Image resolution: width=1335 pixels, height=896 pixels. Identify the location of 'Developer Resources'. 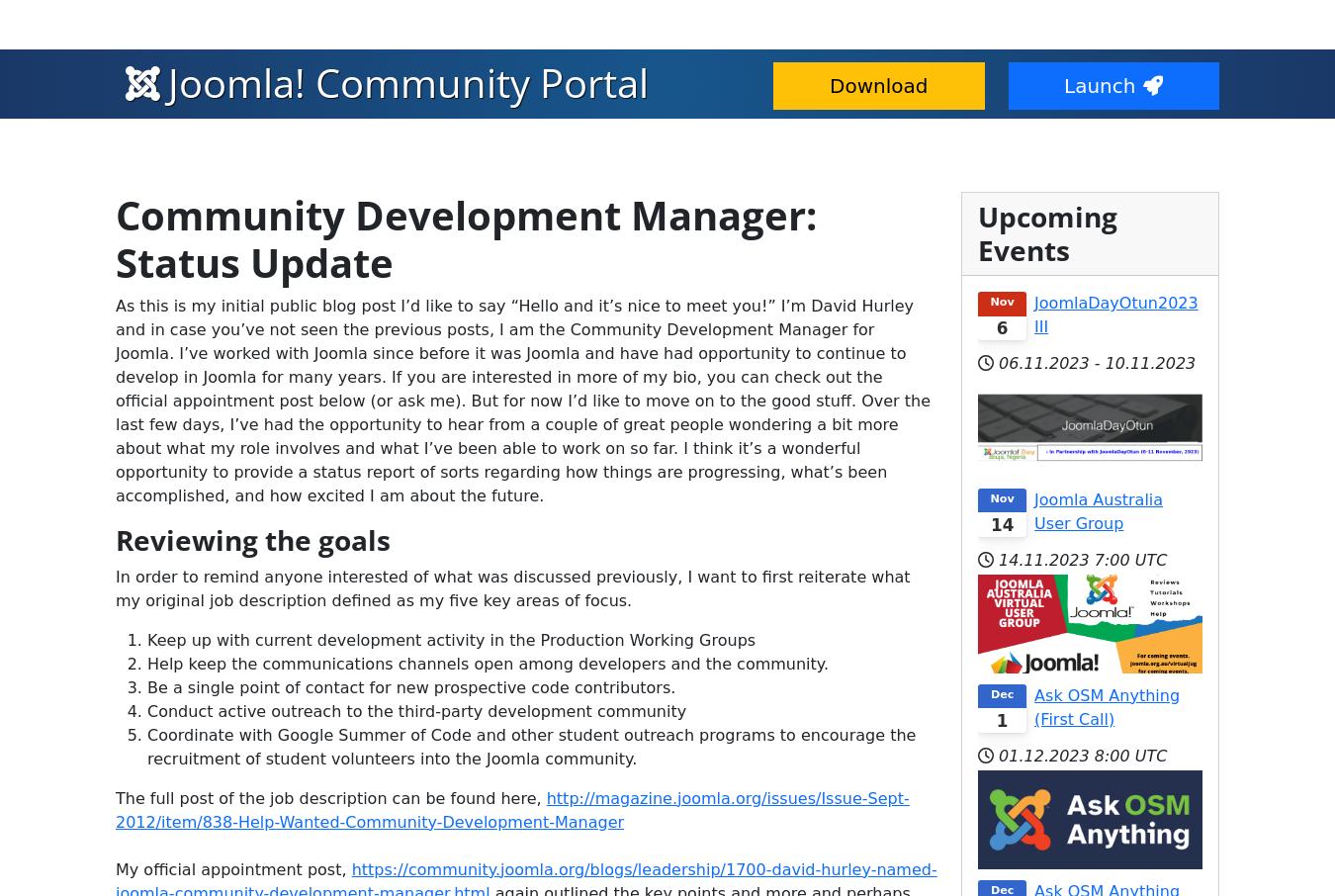
(845, 23).